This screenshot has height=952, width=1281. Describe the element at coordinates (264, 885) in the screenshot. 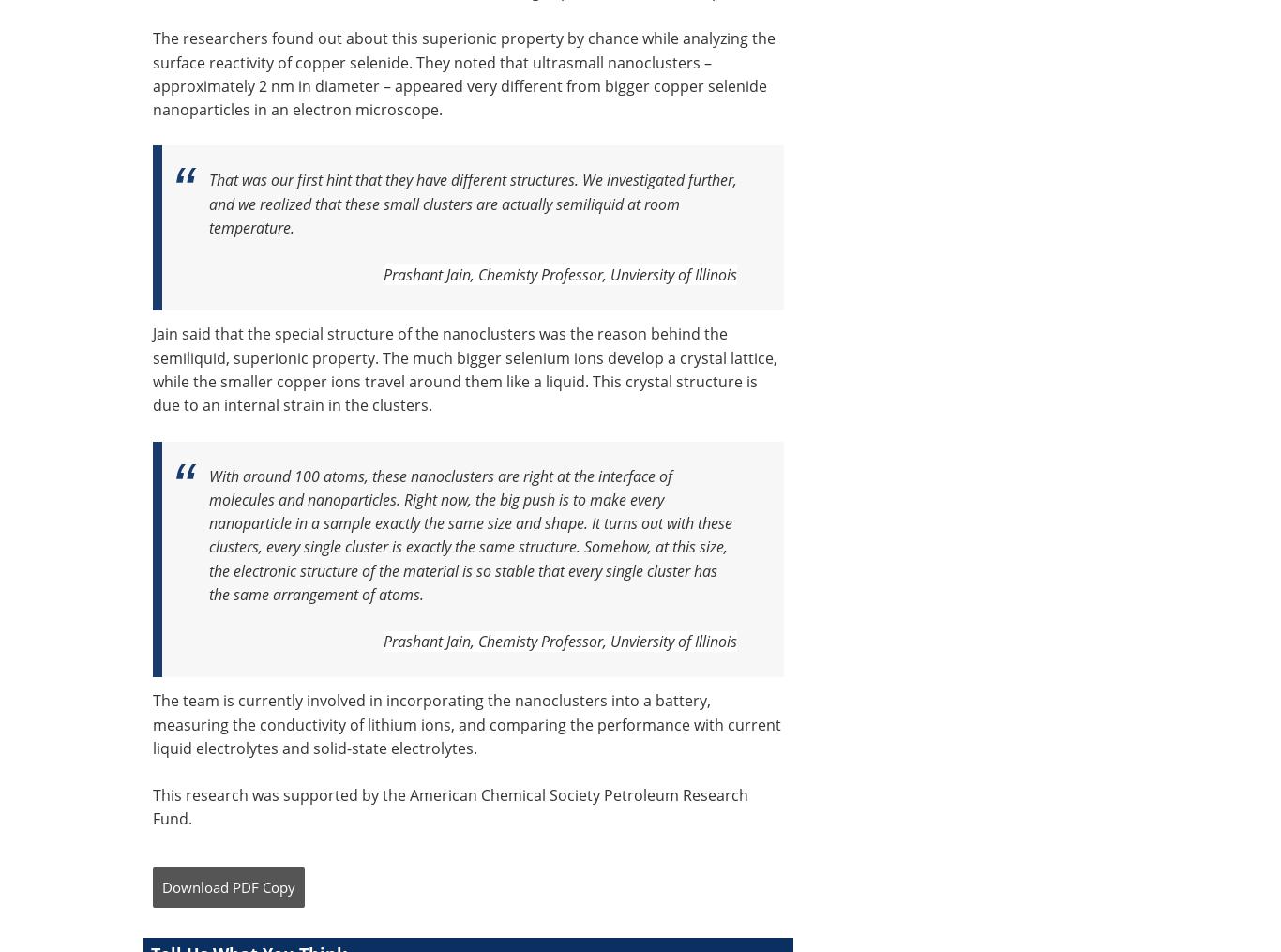

I see `'PDF Copy'` at that location.